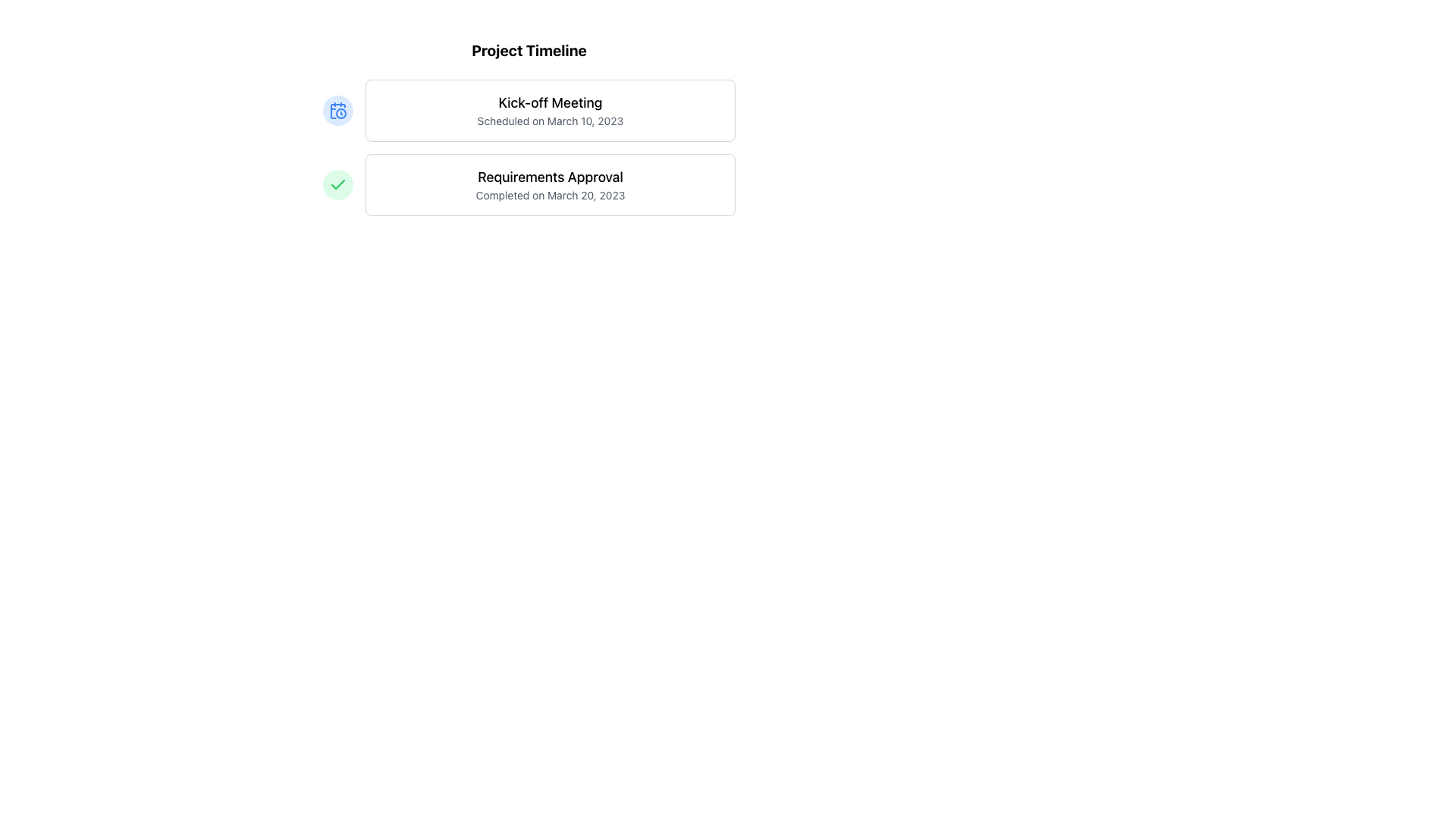 The height and width of the screenshot is (819, 1456). I want to click on the event icon in the timeline that signifies the 'Kick-off Meeting', which is represented by a circular blue background, so click(337, 110).